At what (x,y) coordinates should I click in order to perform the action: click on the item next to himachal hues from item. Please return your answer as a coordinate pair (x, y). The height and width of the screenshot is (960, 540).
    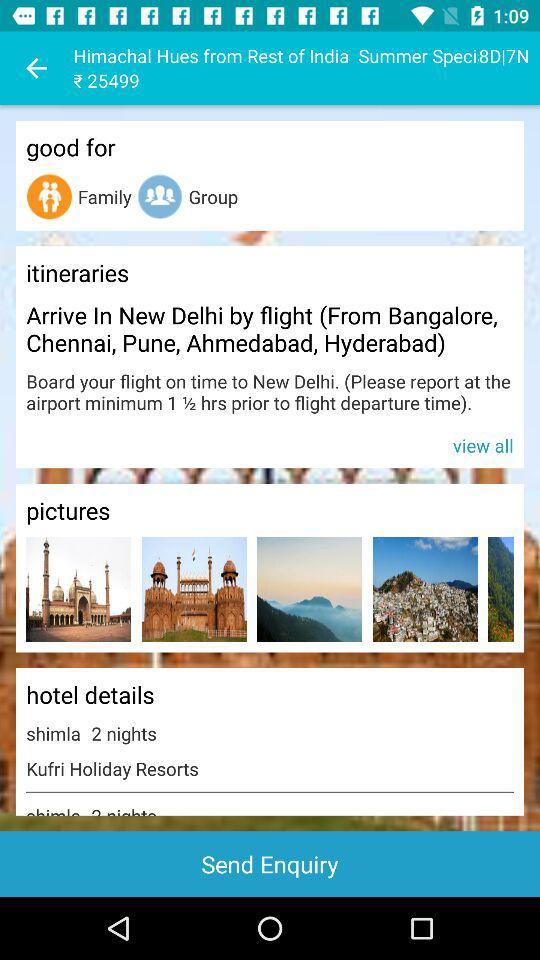
    Looking at the image, I should click on (36, 68).